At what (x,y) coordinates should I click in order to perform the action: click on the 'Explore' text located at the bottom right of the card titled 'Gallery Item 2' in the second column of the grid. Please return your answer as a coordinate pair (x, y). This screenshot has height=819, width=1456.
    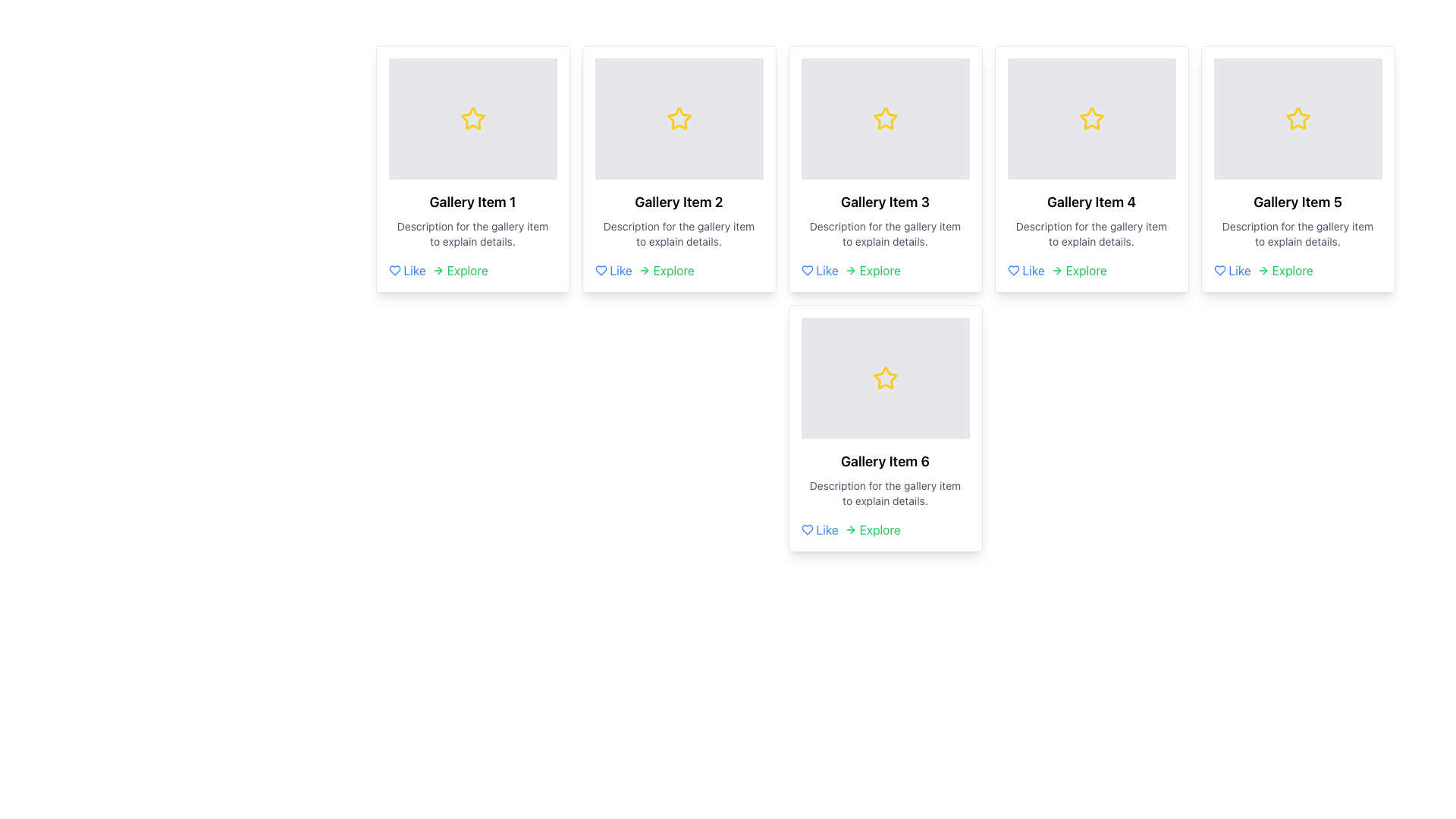
    Looking at the image, I should click on (678, 270).